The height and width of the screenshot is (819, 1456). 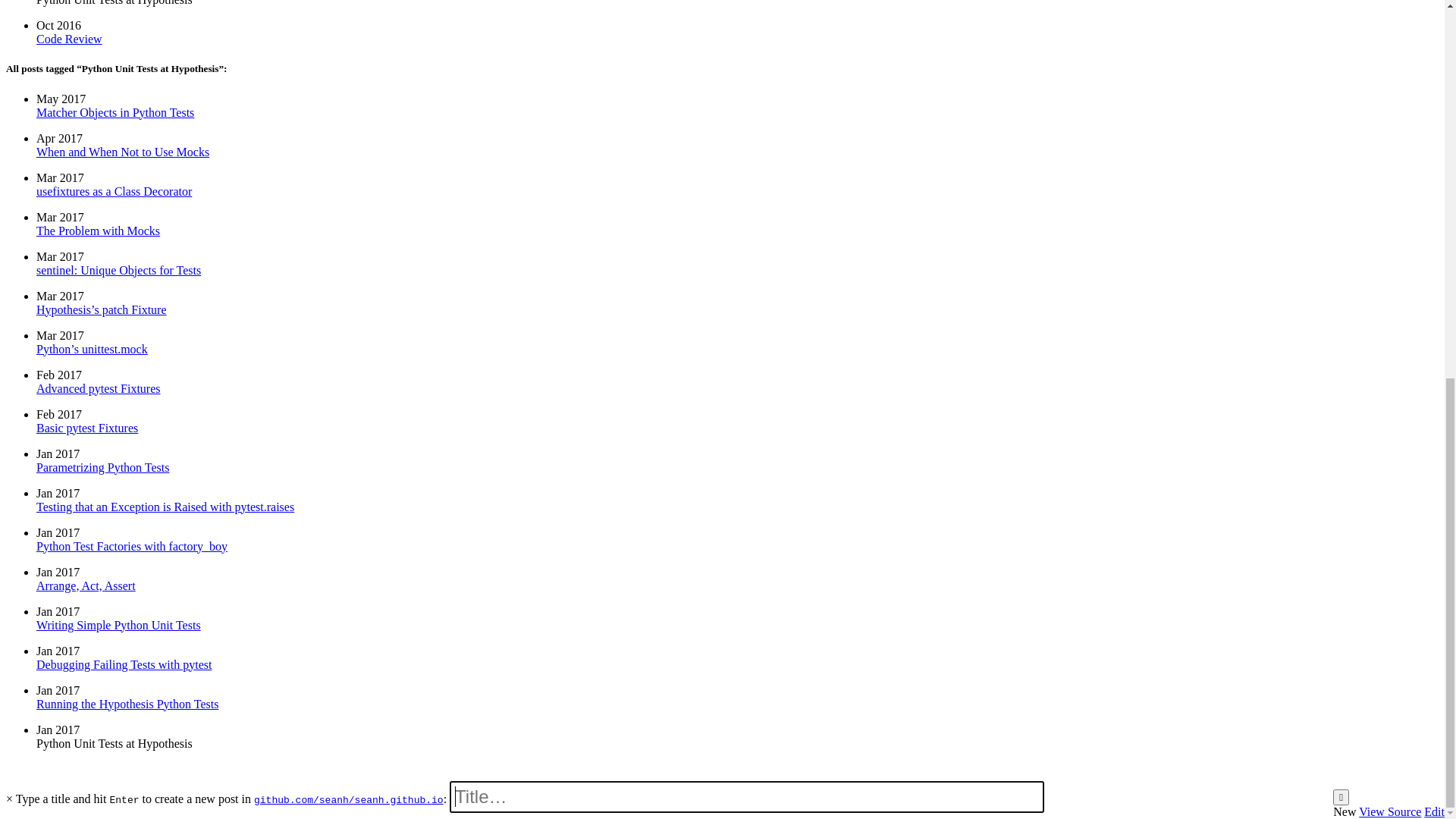 I want to click on 'sentinel: Unique Objects for Tests', so click(x=36, y=258).